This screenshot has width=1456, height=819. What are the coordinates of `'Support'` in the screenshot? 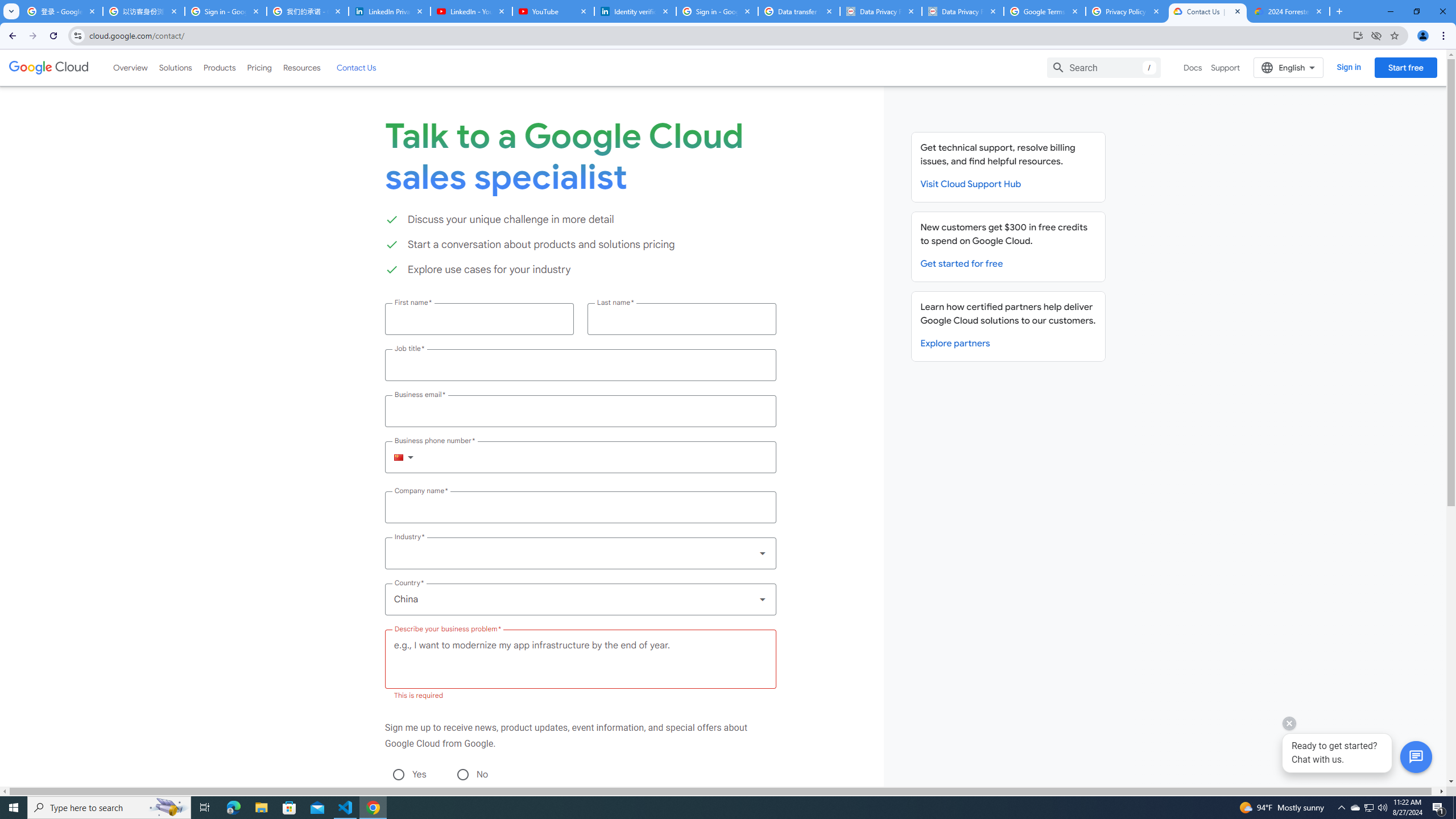 It's located at (1226, 67).